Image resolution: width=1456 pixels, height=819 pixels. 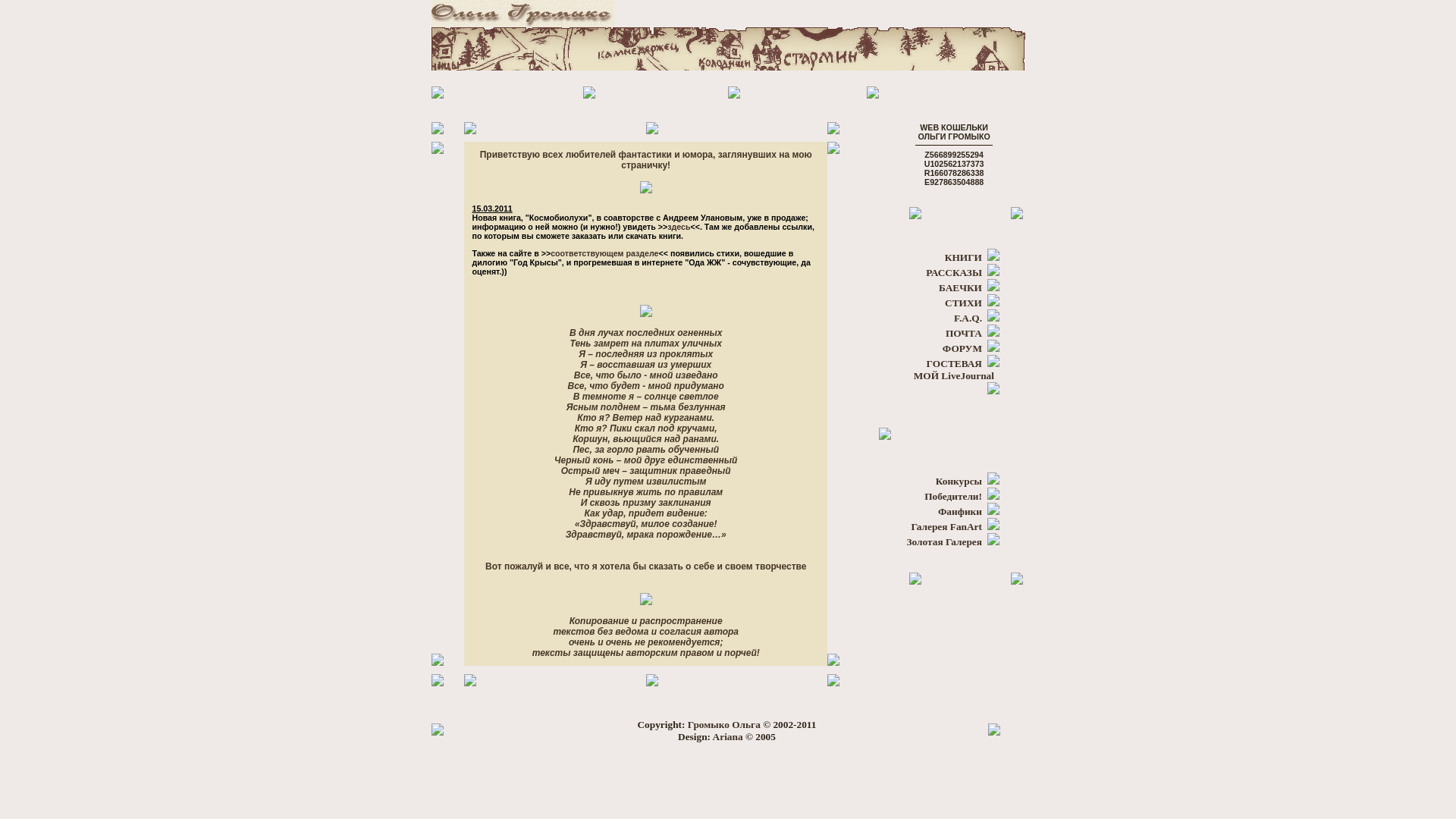 I want to click on 'F.A.Q.', so click(x=967, y=317).